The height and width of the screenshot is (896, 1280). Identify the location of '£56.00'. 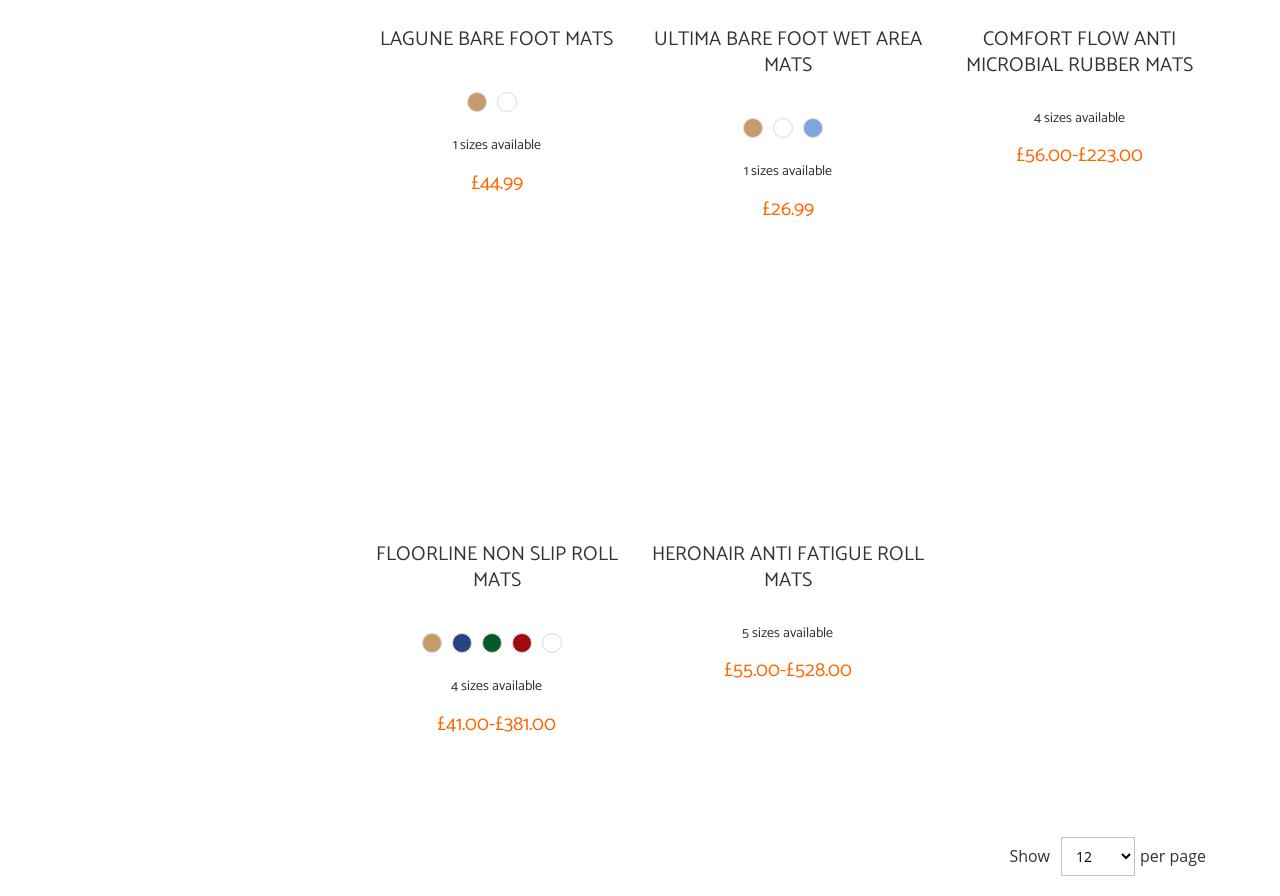
(1041, 155).